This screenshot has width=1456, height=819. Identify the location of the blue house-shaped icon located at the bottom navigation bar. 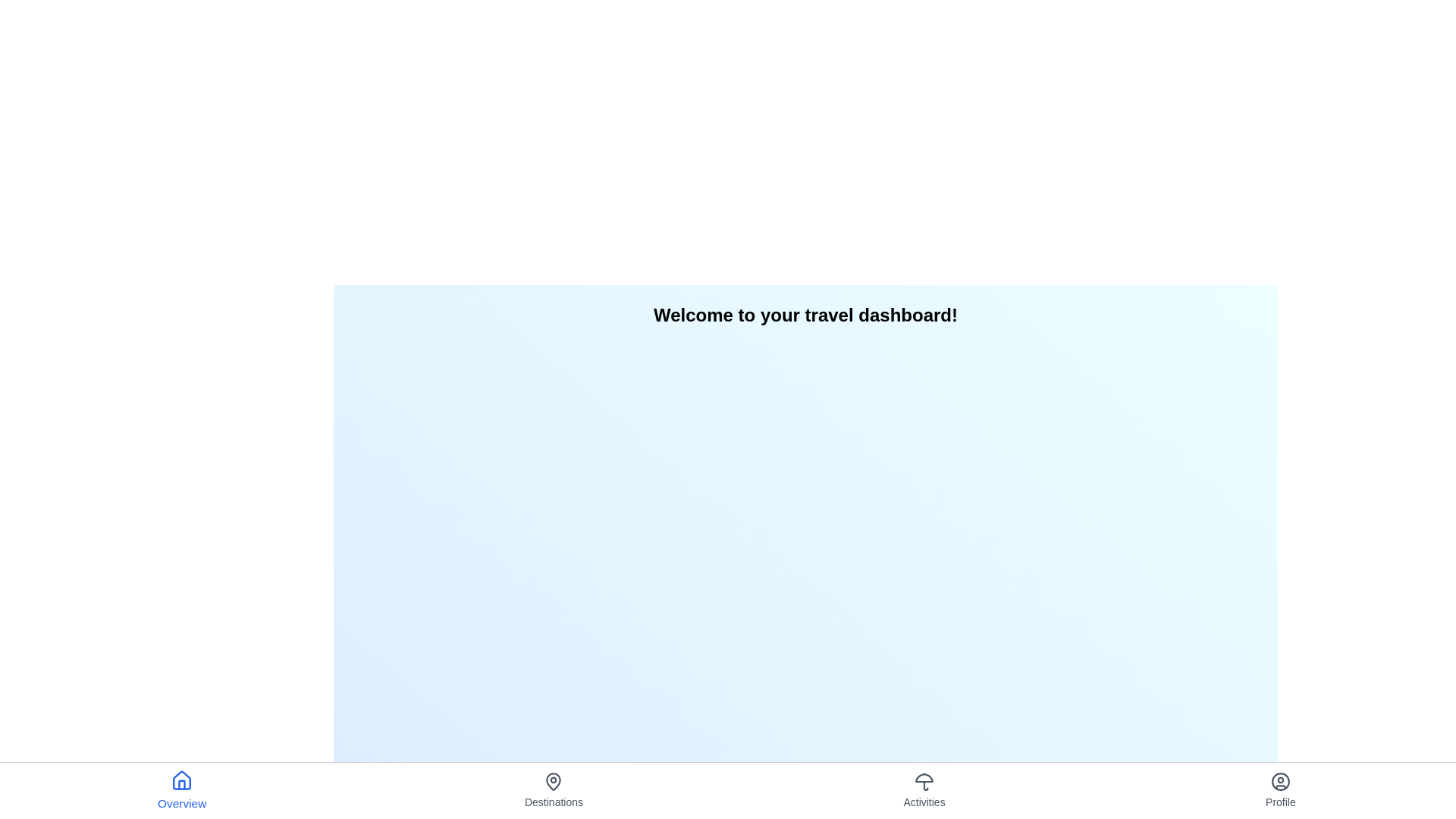
(182, 780).